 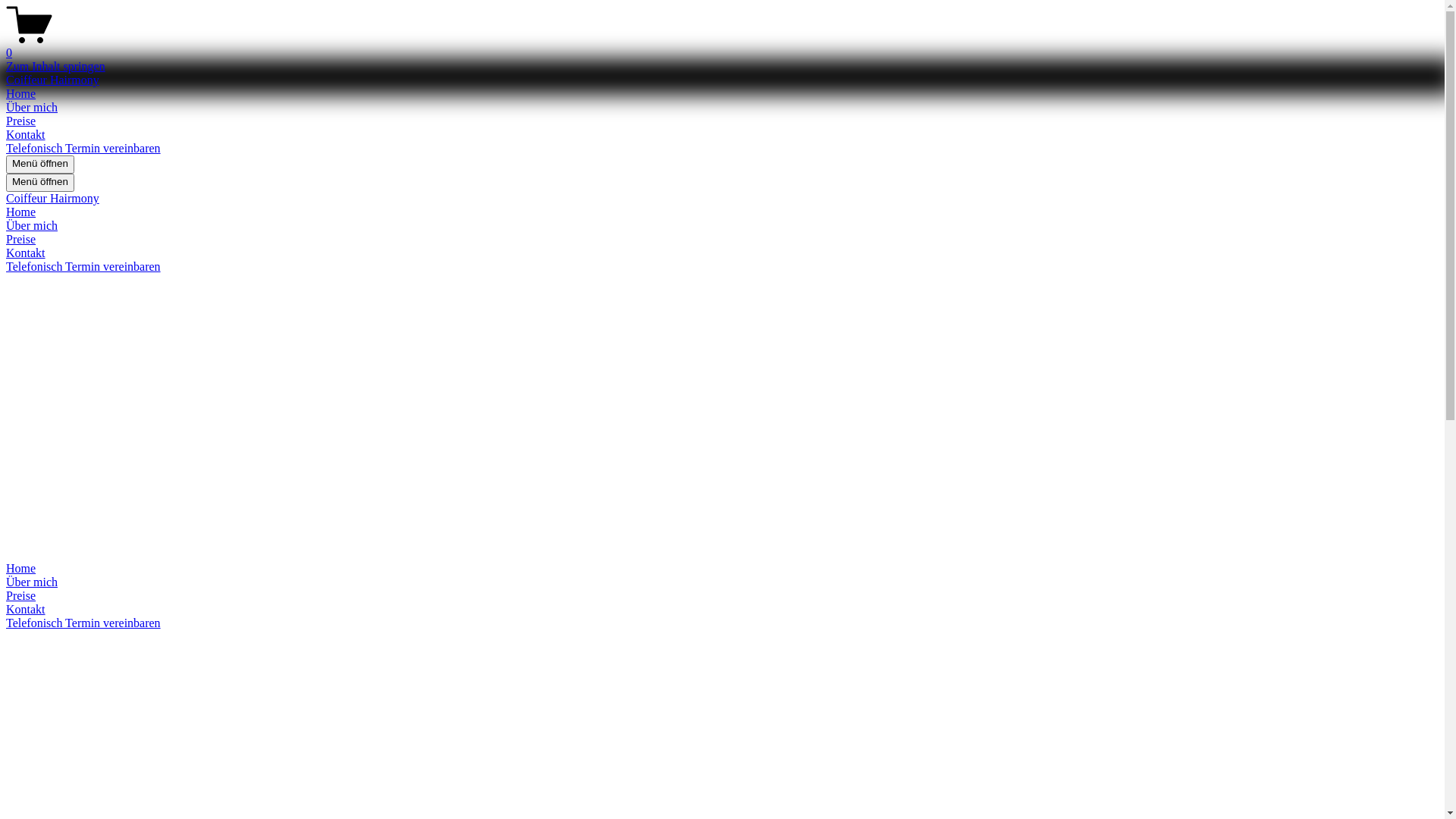 I want to click on 'Kontakt', so click(x=25, y=252).